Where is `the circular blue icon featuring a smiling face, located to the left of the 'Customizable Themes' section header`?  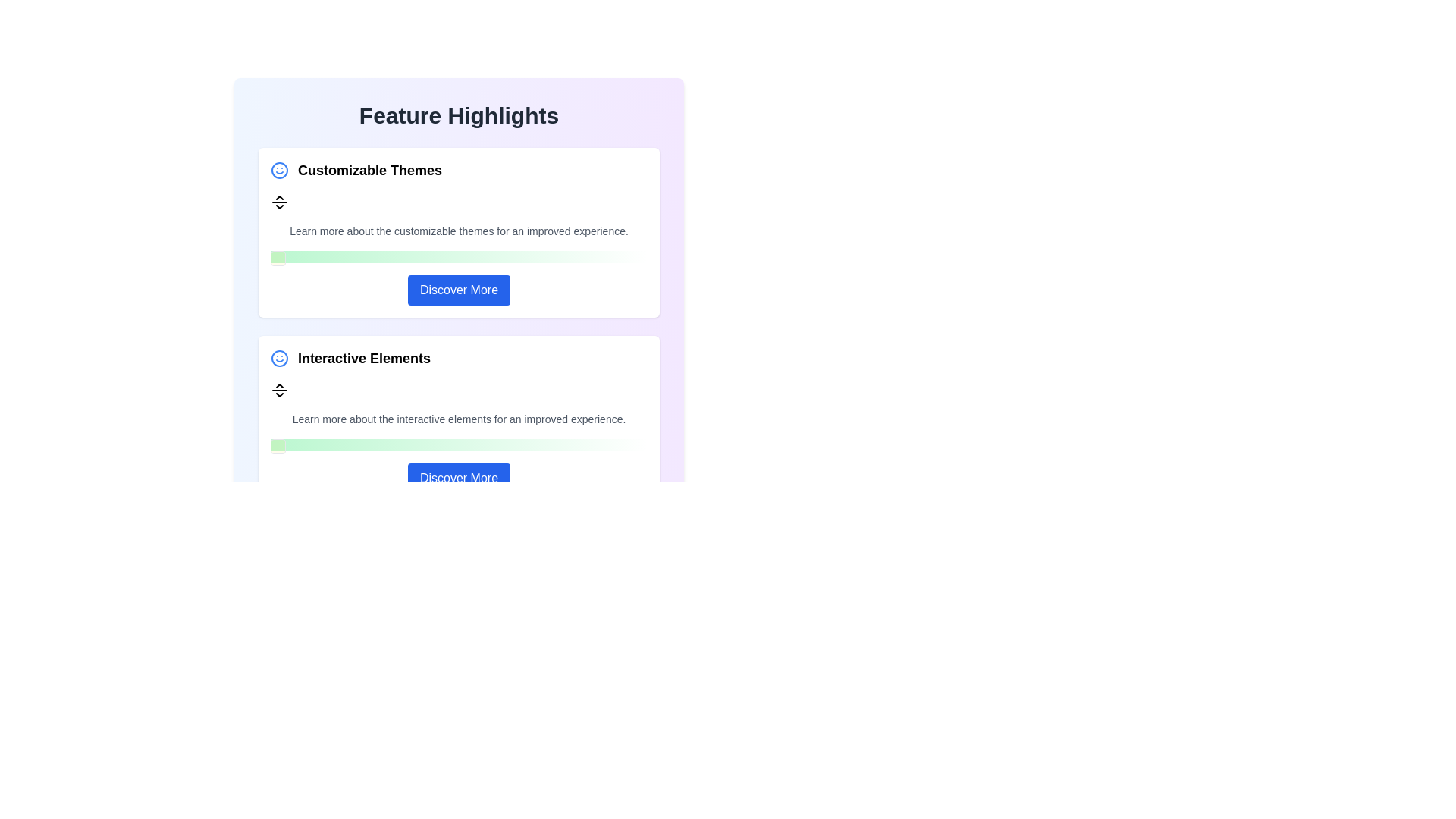 the circular blue icon featuring a smiling face, located to the left of the 'Customizable Themes' section header is located at coordinates (280, 170).